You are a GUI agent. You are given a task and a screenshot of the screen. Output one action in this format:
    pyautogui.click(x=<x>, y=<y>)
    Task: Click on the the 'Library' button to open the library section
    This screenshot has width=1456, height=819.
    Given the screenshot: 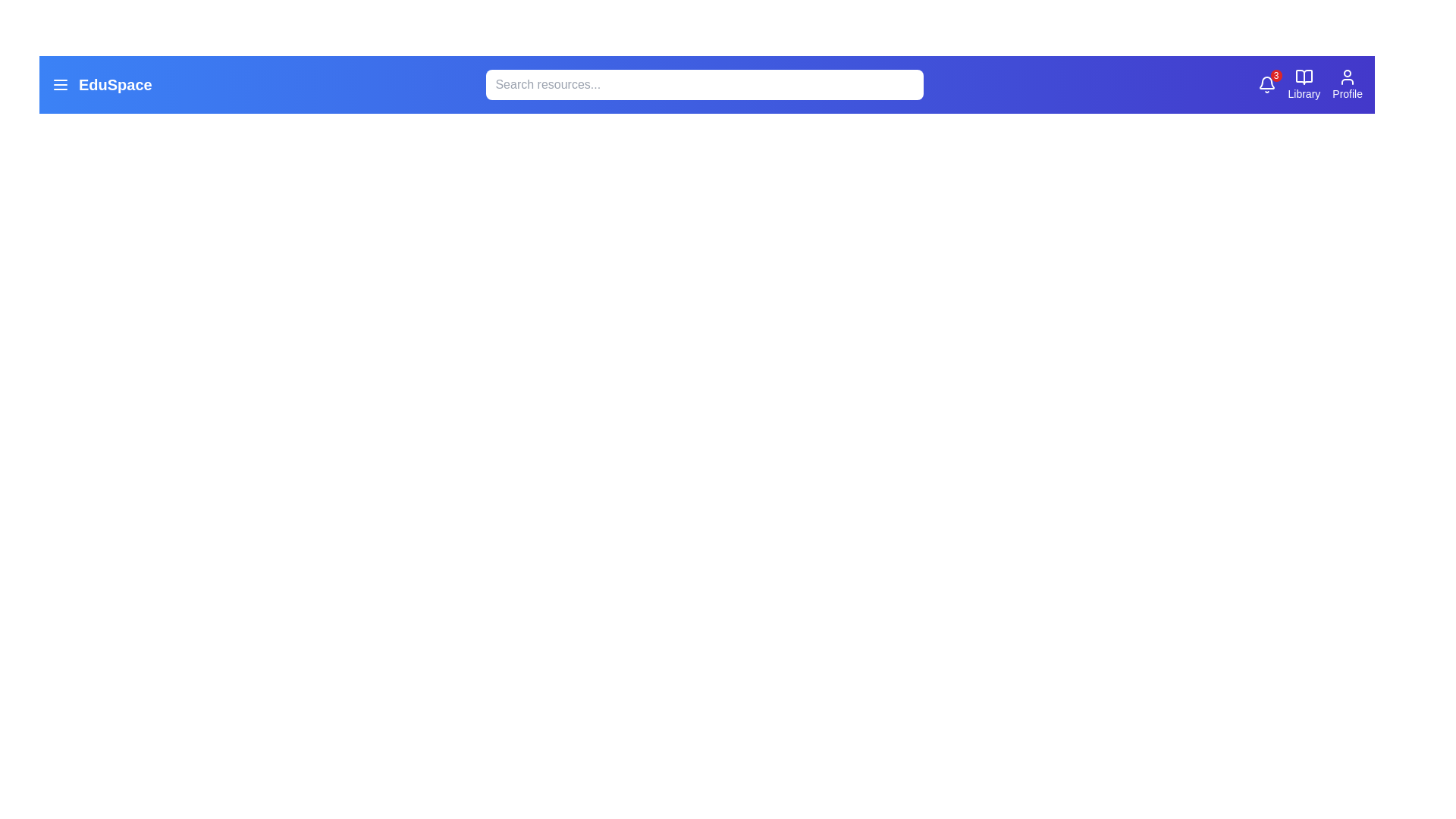 What is the action you would take?
    pyautogui.click(x=1302, y=84)
    